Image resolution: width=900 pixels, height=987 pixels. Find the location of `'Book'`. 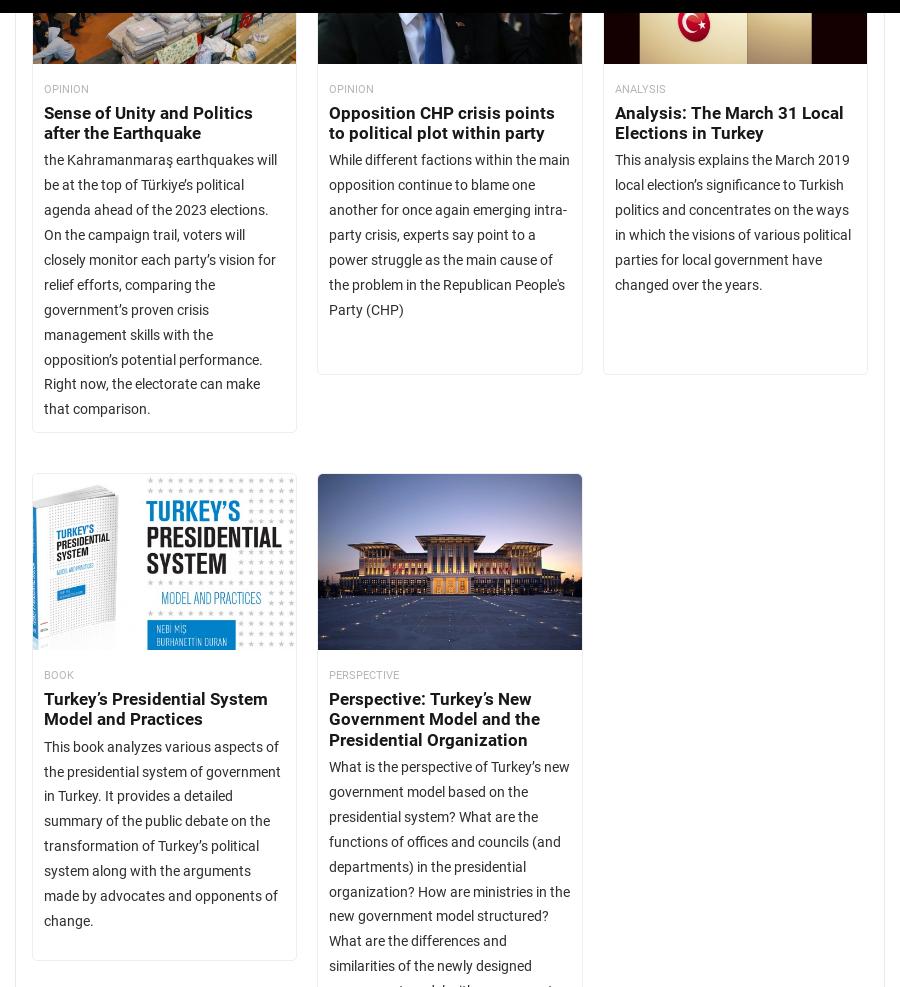

'Book' is located at coordinates (58, 674).